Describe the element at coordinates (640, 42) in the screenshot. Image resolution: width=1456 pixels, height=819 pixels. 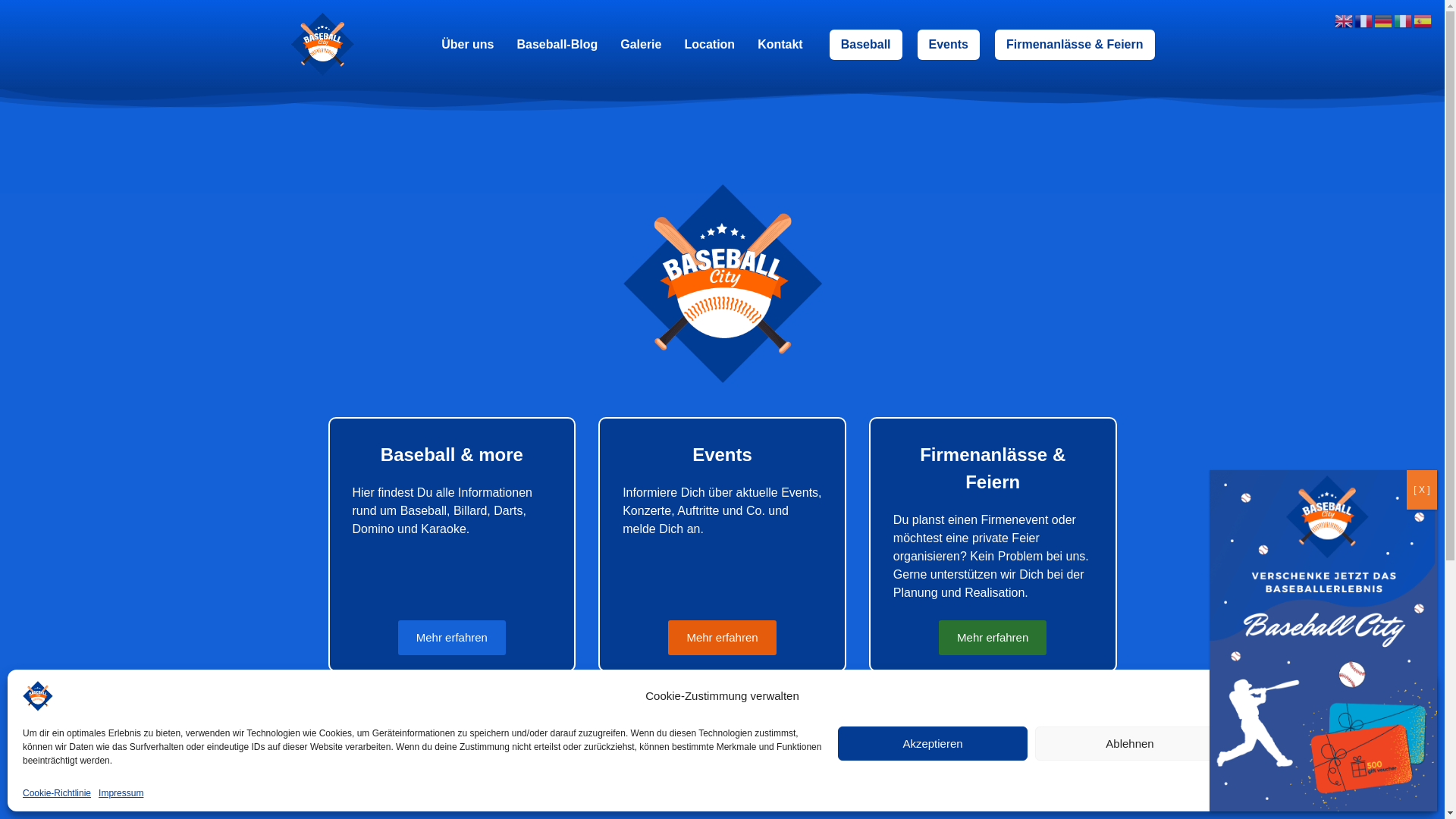
I see `'Galerie'` at that location.